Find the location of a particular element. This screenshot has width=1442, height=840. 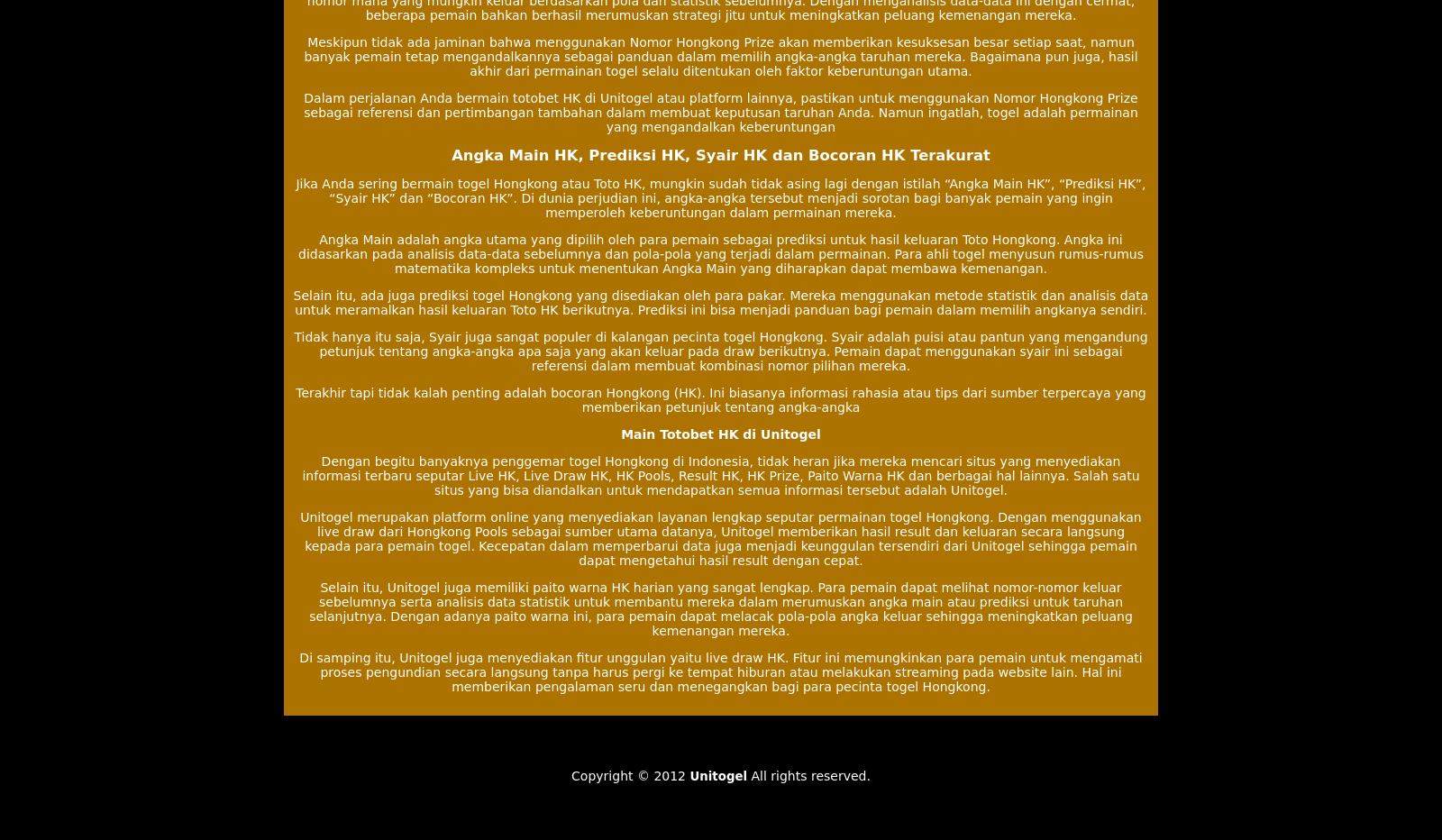

'Selain itu, Unitogel juga memiliki paito warna HK harian yang sangat lengkap. Para pemain dapat melihat nomor-nomor keluar sebelumnya serta analisis data statistik untuk membantu mereka dalam merumuskan angka main atau prediksi untuk taruhan selanjutnya. Dengan adanya paito warna ini, para pemain dapat melacak pola-pola angka keluar sehingga meningkatkan peluang kemenangan mereka.' is located at coordinates (720, 608).